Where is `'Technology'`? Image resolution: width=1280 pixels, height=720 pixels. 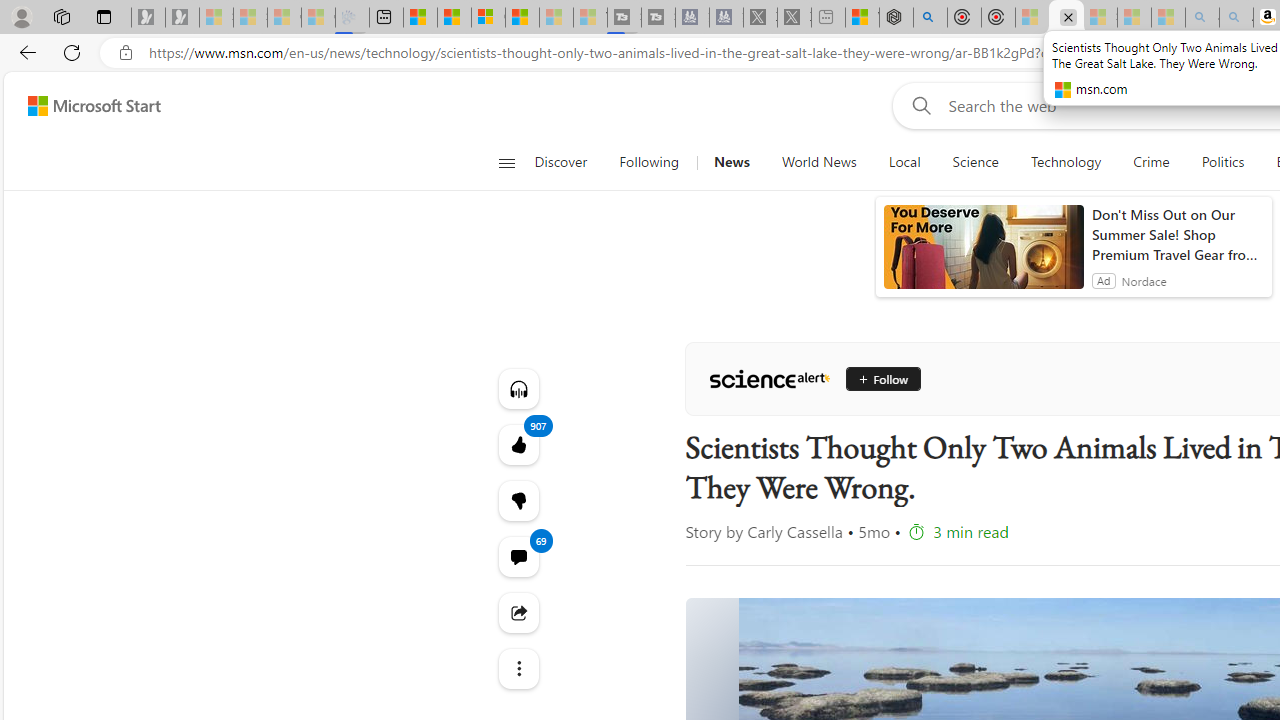
'Technology' is located at coordinates (1065, 162).